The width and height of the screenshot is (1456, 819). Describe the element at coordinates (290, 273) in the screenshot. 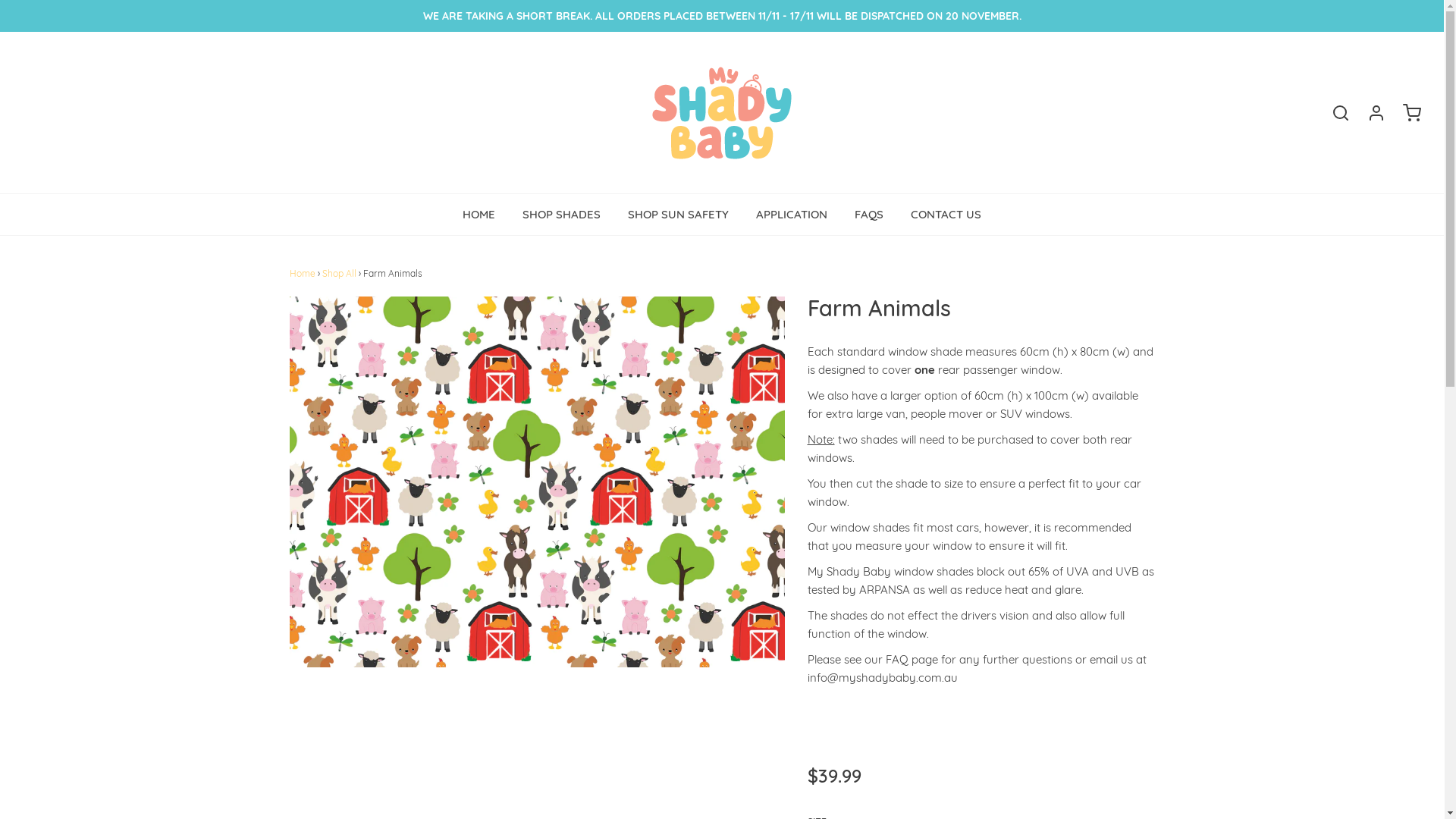

I see `'Home'` at that location.